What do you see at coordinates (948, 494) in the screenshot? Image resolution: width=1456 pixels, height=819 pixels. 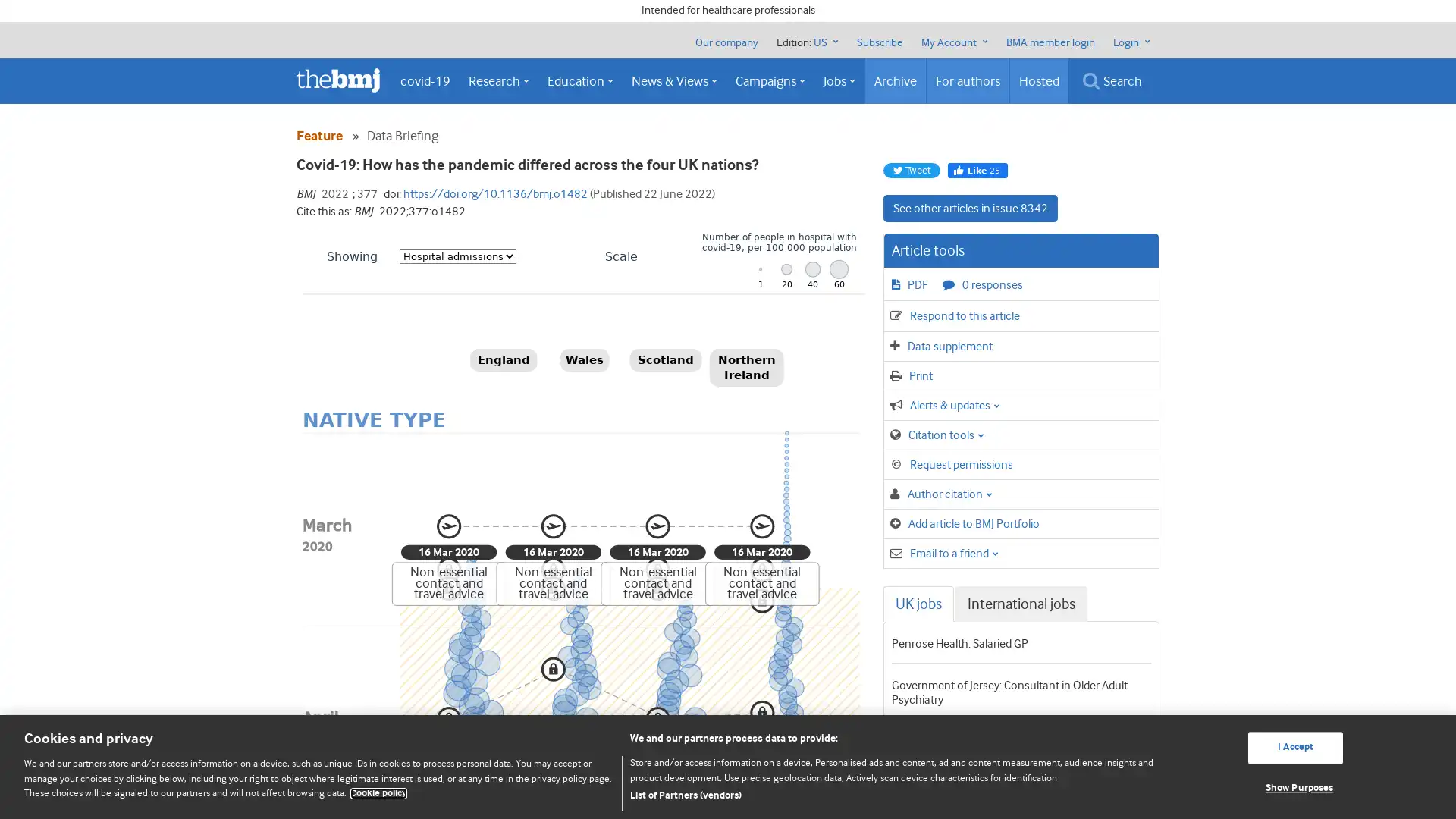 I see `Author citation` at bounding box center [948, 494].